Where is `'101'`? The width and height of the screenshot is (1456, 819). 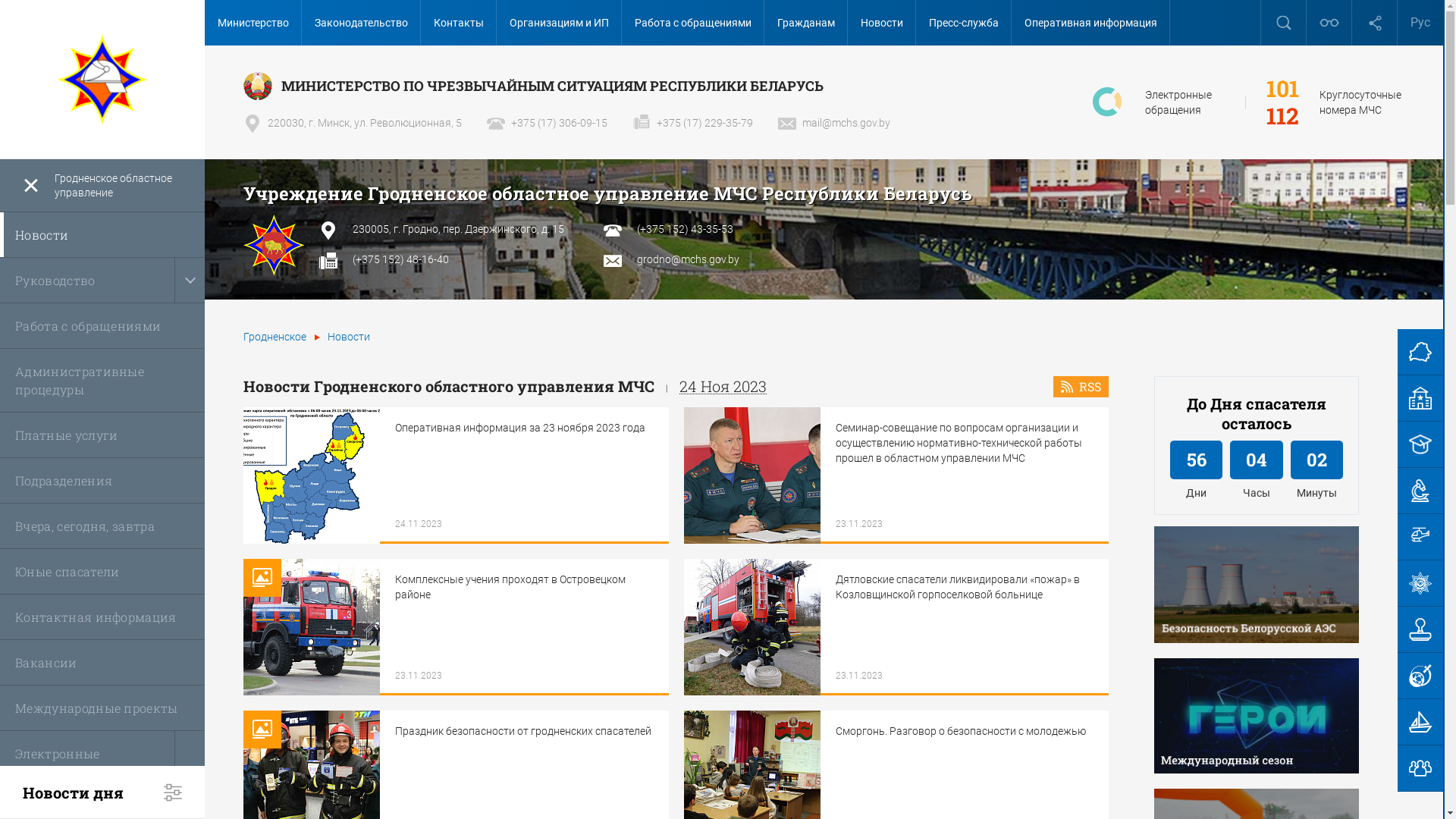
'101' is located at coordinates (1282, 88).